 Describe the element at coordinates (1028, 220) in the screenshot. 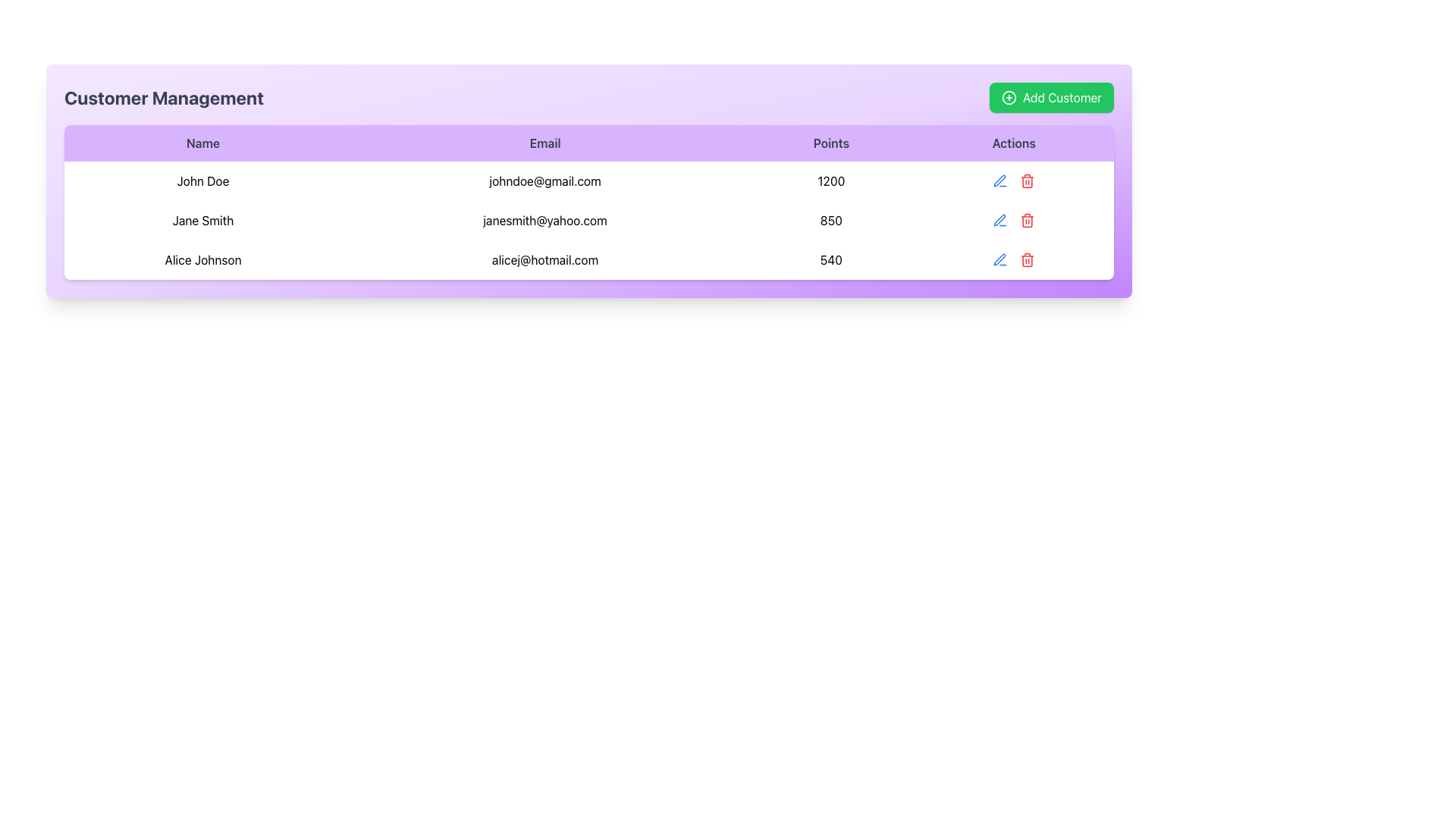

I see `the delete button located in the third row under the 'Actions' column of the user data table` at that location.